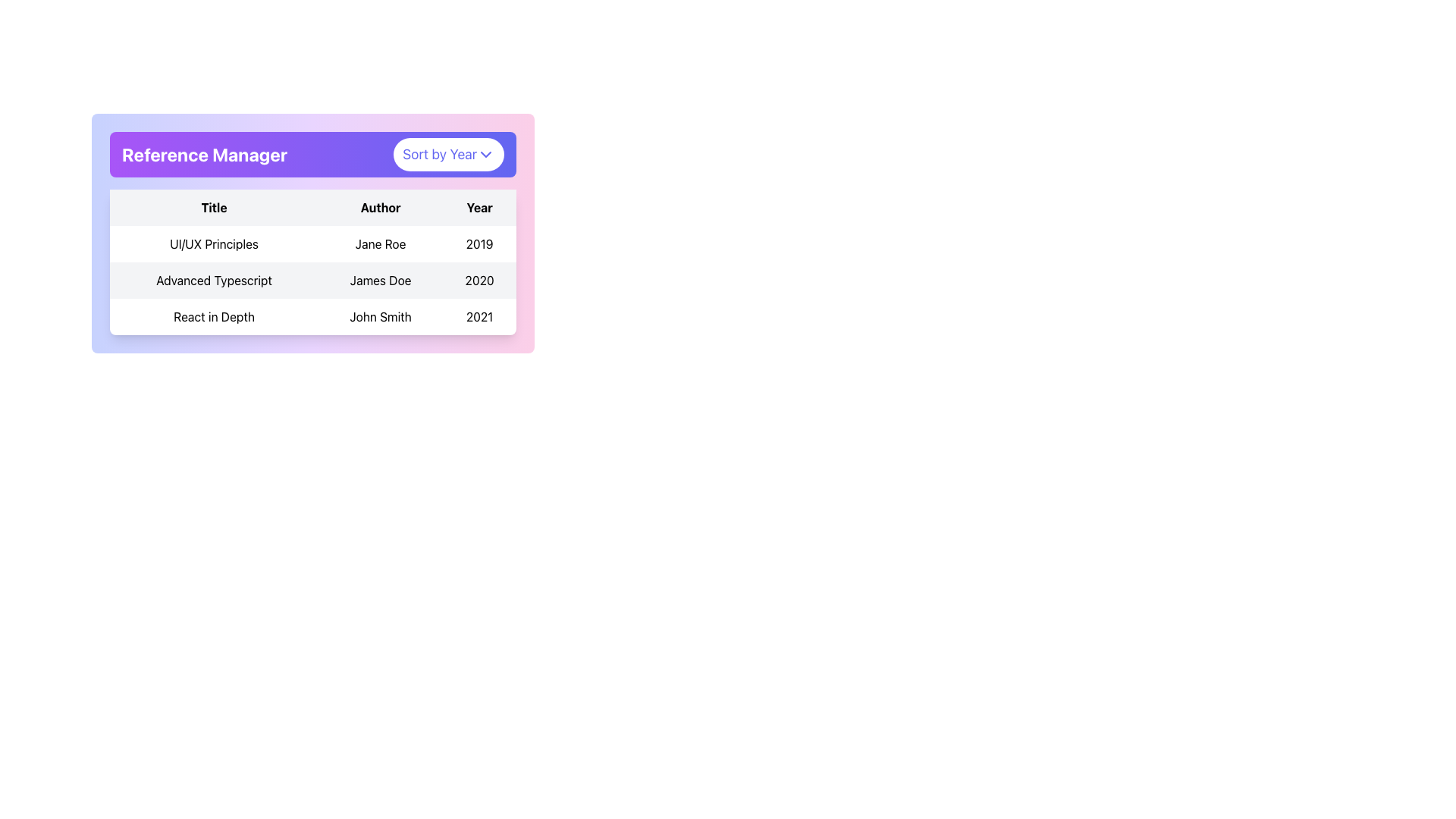 The height and width of the screenshot is (819, 1456). What do you see at coordinates (486, 155) in the screenshot?
I see `the downward-pointing chevron icon located to the right of the 'Sort by Year' text label to trigger visual feedback` at bounding box center [486, 155].